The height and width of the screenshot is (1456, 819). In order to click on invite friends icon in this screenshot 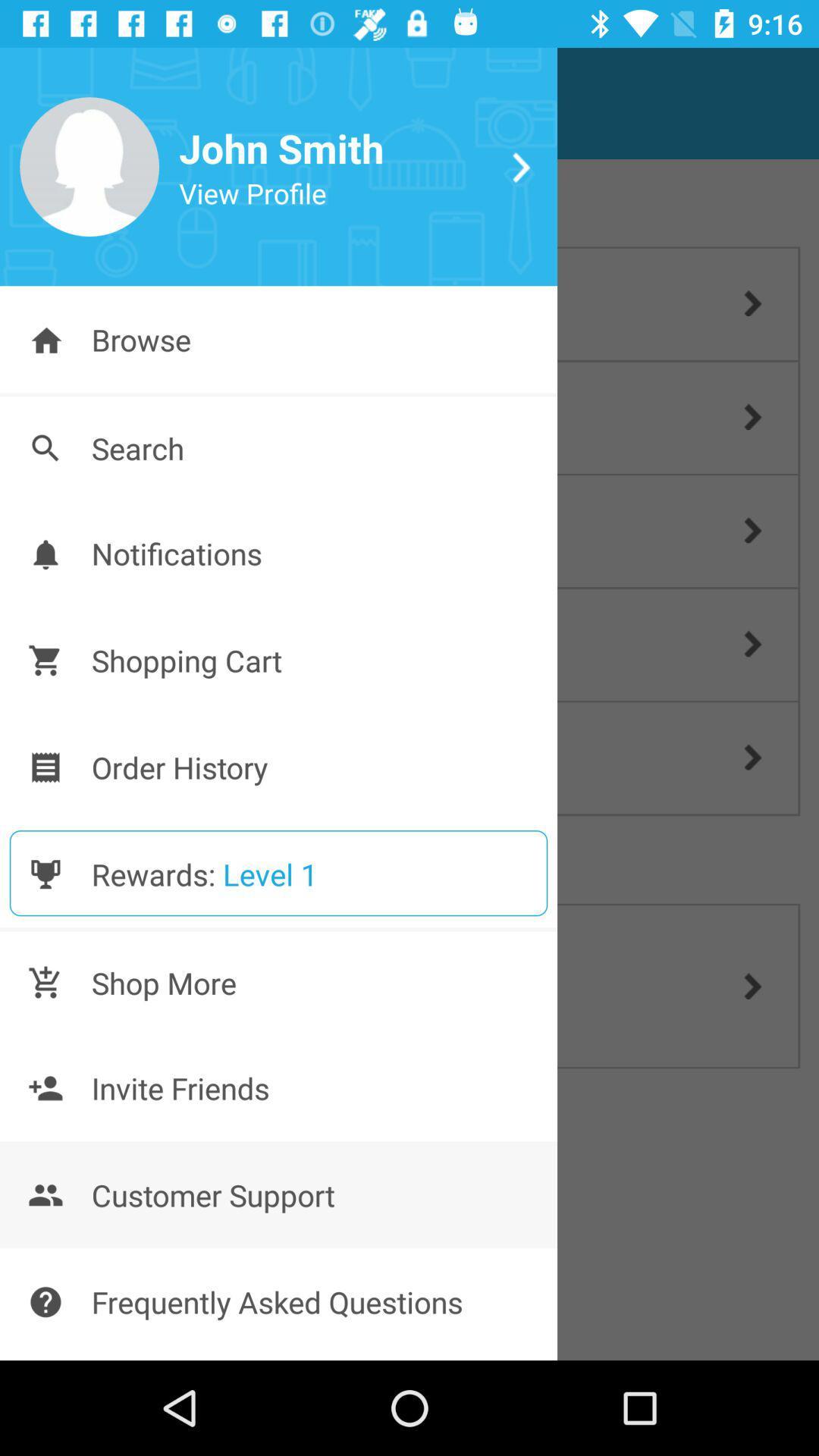, I will do `click(45, 1087)`.